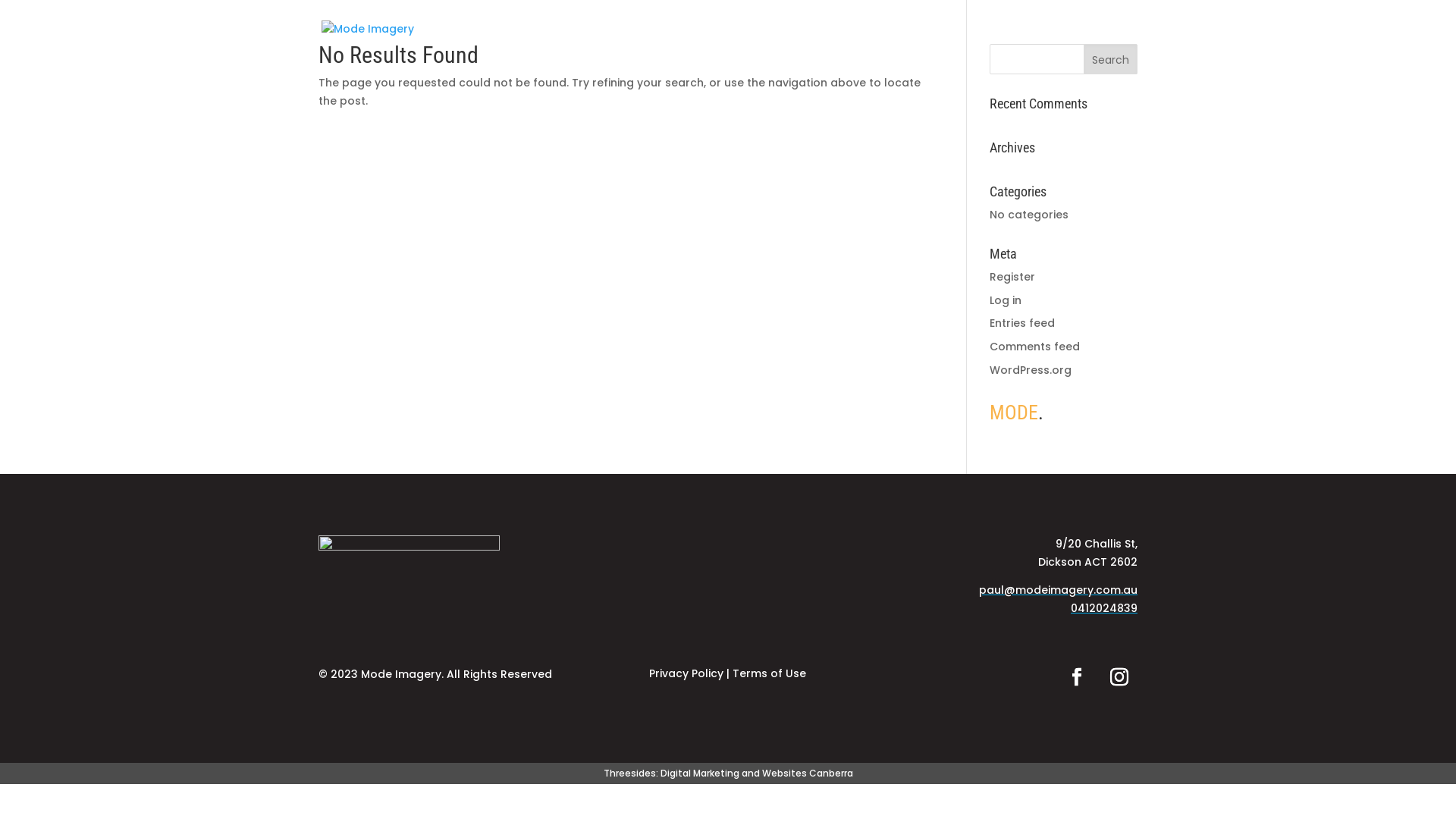  Describe the element at coordinates (1119, 676) in the screenshot. I see `'Follow on Instagram'` at that location.